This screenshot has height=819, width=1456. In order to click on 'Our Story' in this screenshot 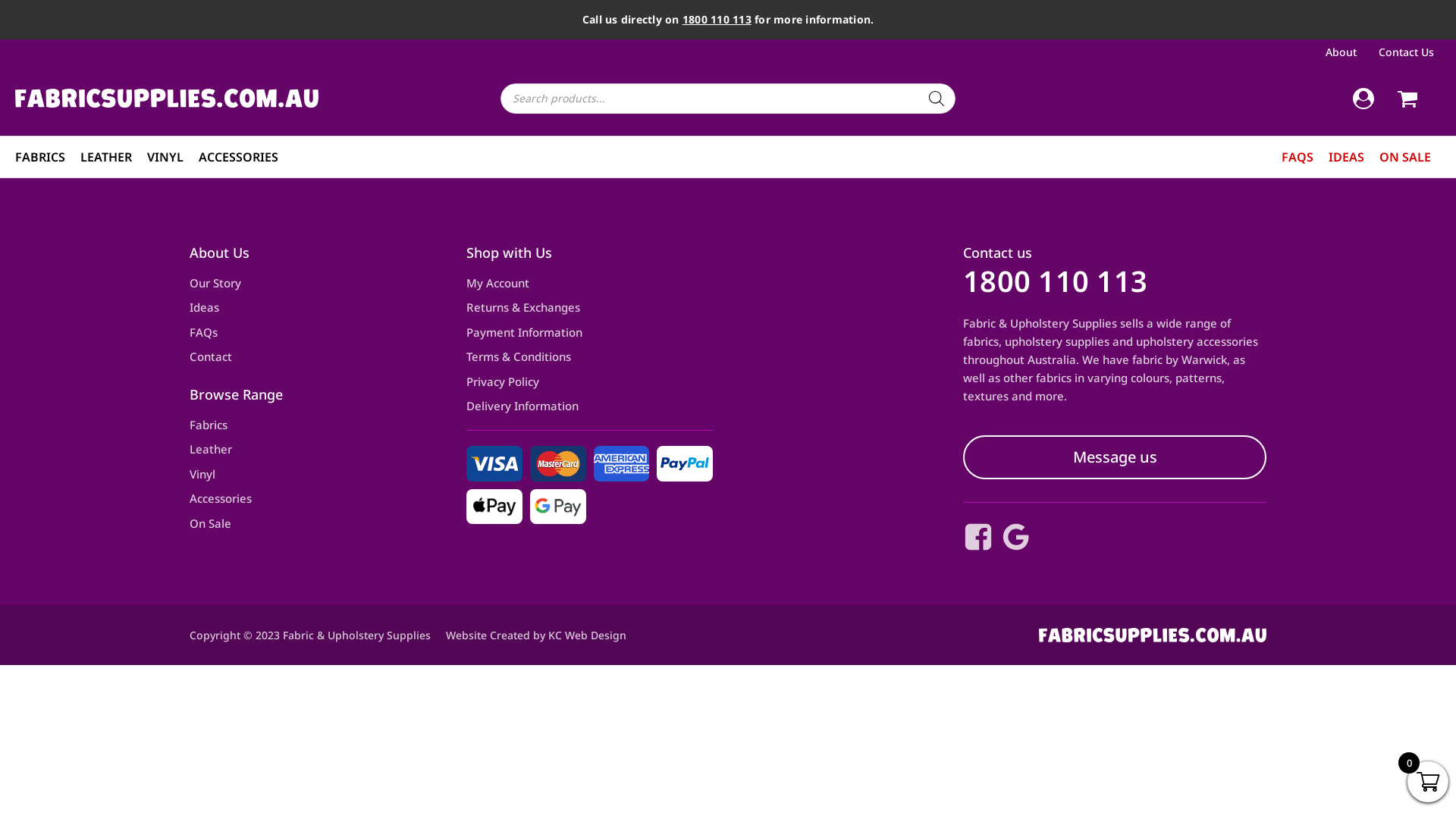, I will do `click(188, 283)`.